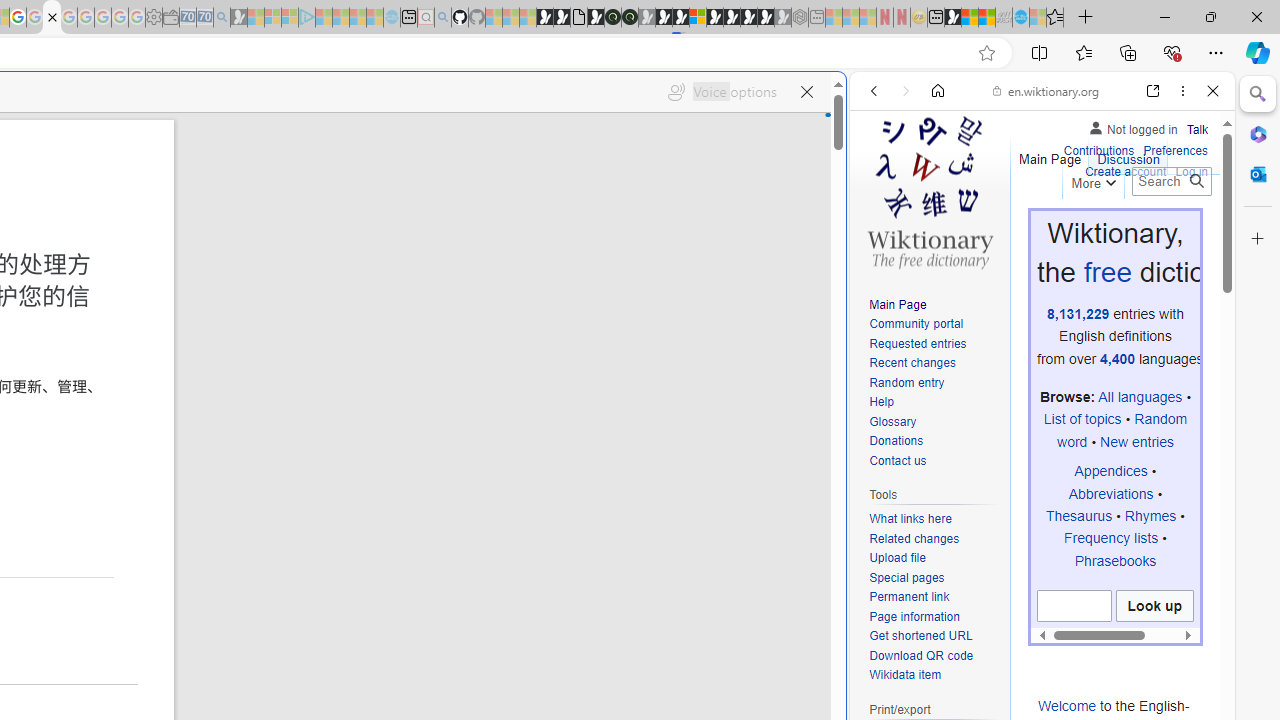 The width and height of the screenshot is (1280, 720). I want to click on 'Wikidata item', so click(934, 675).